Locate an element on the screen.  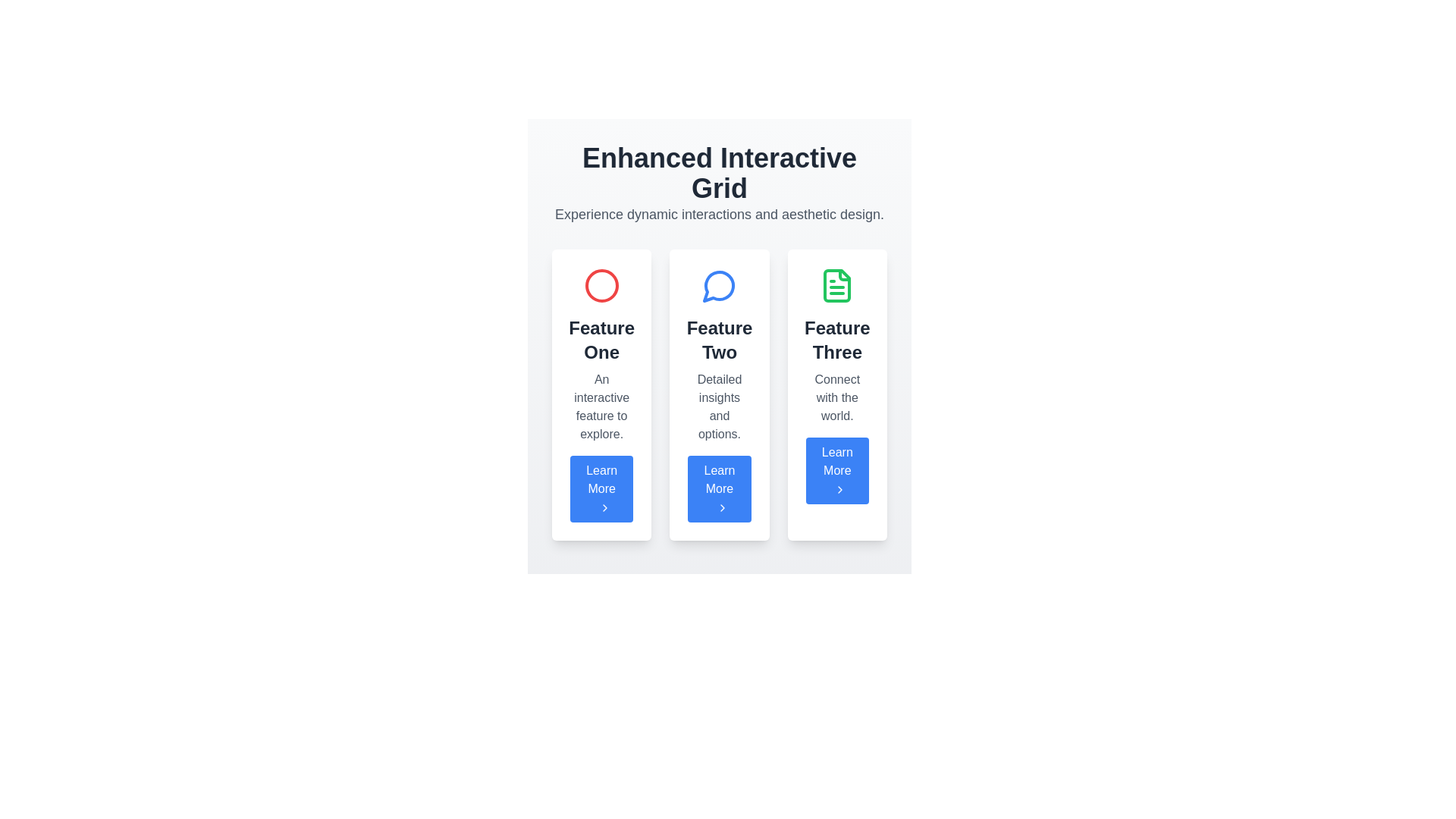
the chevron icon that indicates the 'Learn More' button leads to another page or section, which is located within the second button in a horizontal row beneath the 'Feature Two' card is located at coordinates (721, 507).